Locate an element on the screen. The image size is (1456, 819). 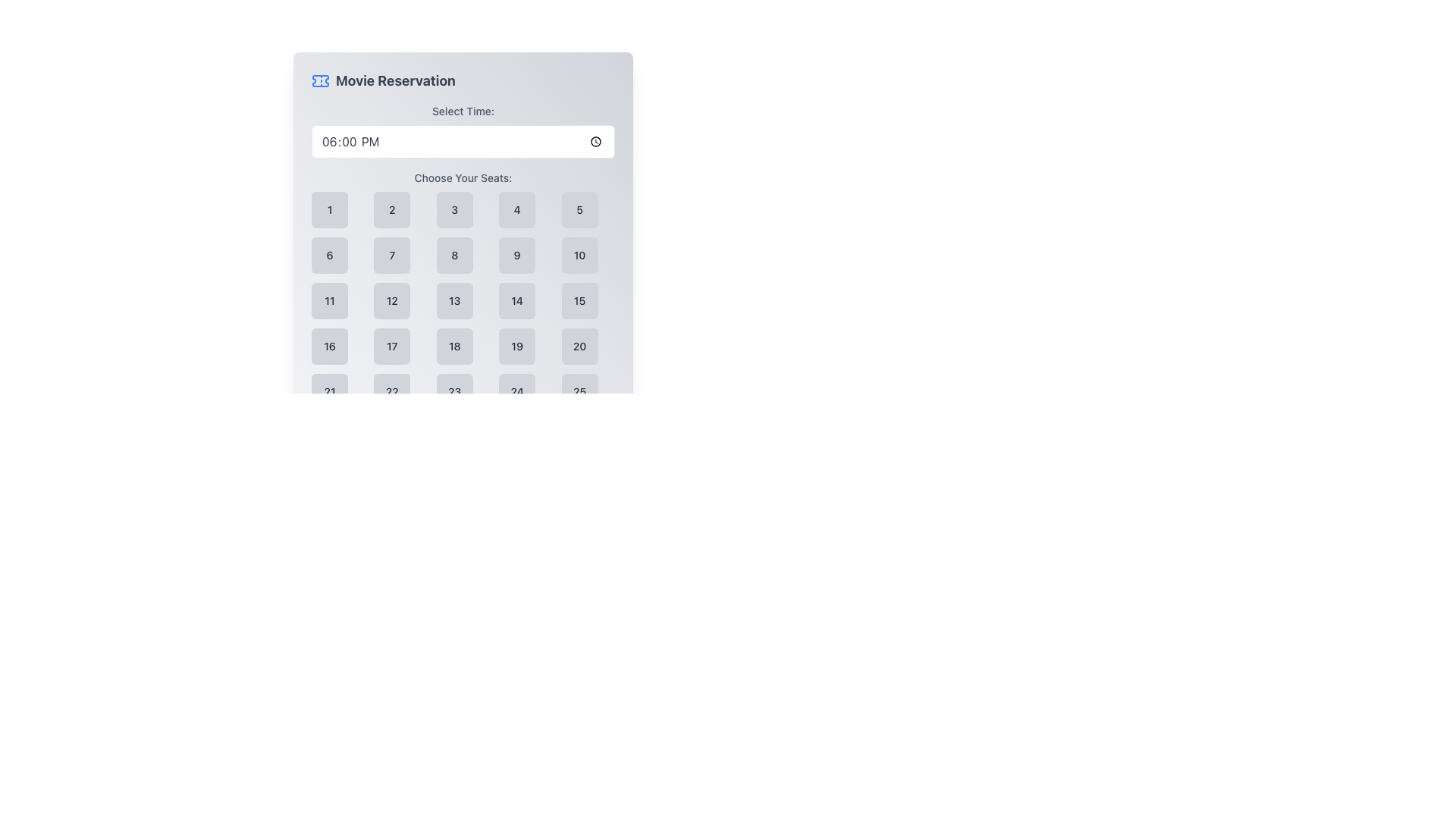
the seat selection button numbered '14' located in the third row, fourth column of the grid is located at coordinates (517, 301).